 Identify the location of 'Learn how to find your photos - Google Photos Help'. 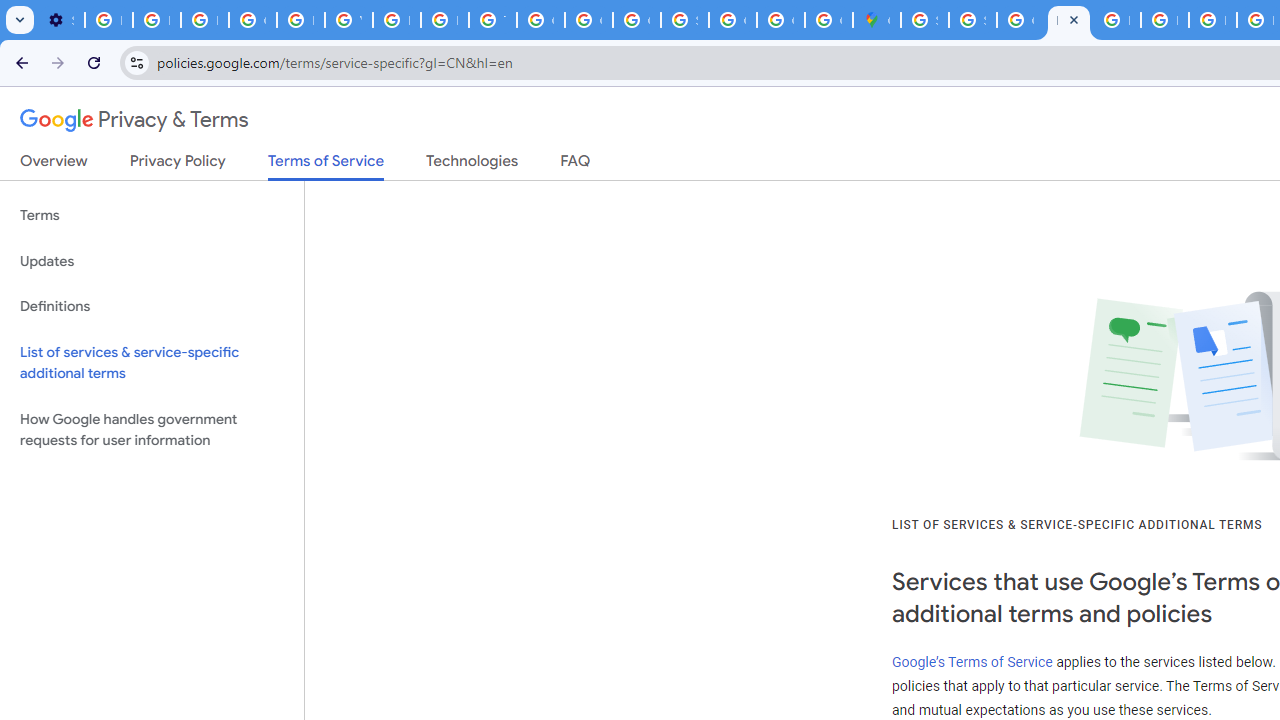
(155, 20).